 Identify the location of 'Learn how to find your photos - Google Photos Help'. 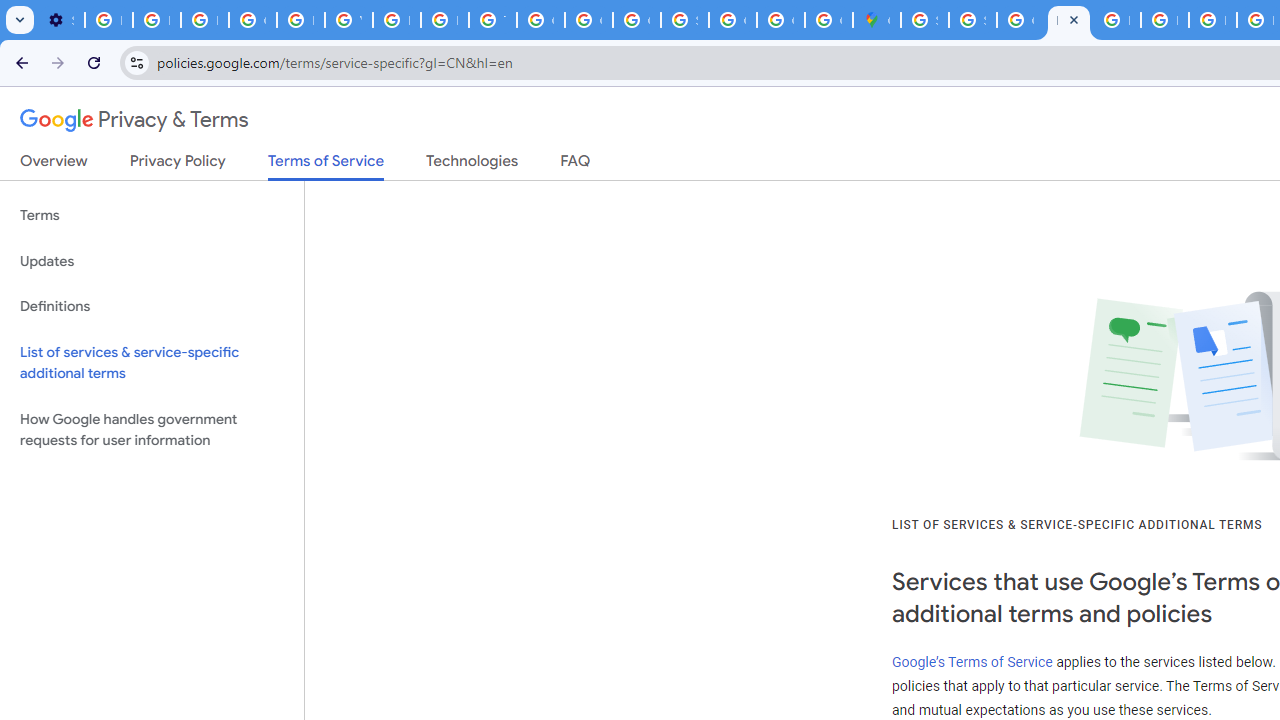
(155, 20).